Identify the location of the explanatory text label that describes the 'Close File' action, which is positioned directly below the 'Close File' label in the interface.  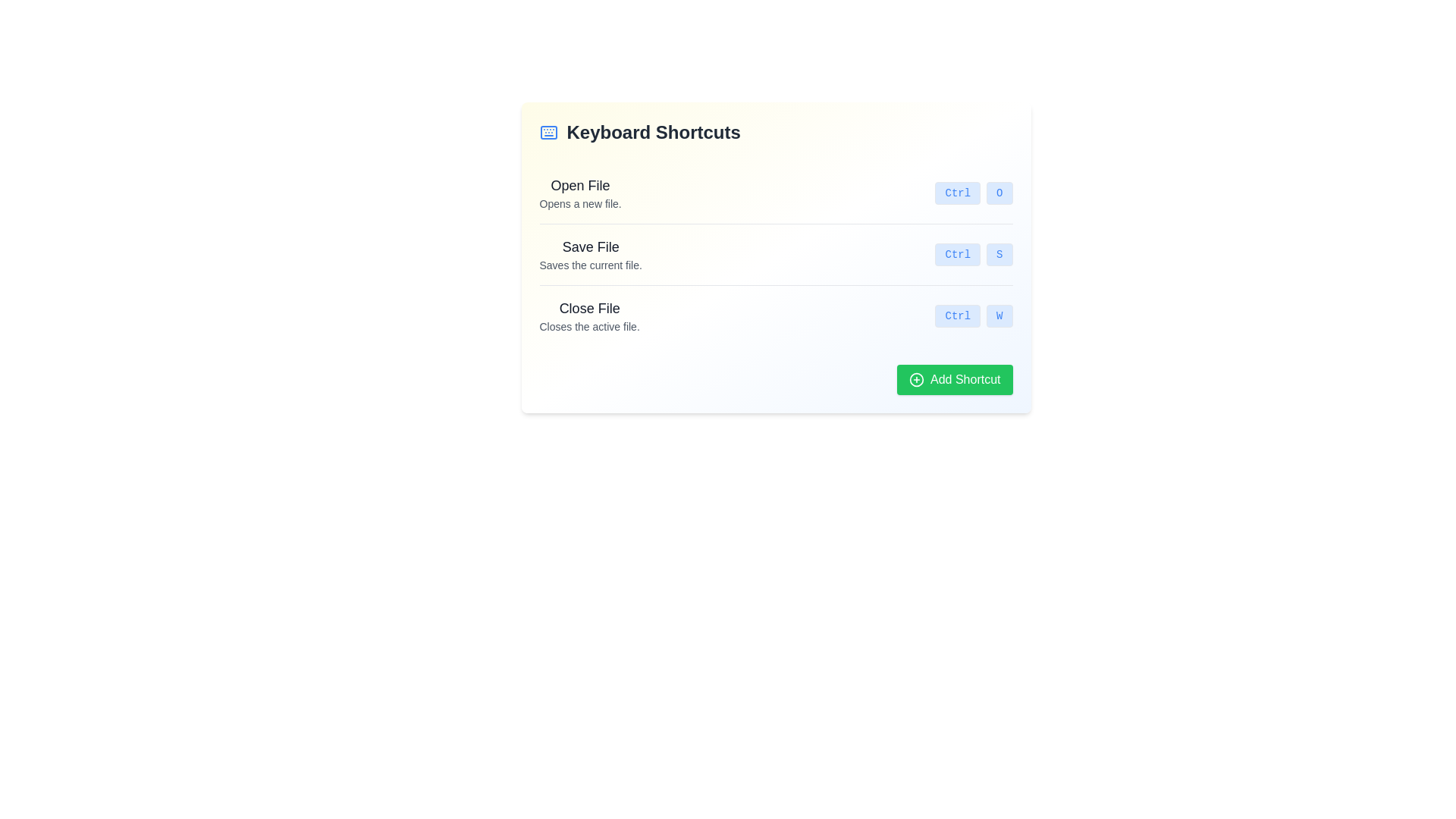
(588, 326).